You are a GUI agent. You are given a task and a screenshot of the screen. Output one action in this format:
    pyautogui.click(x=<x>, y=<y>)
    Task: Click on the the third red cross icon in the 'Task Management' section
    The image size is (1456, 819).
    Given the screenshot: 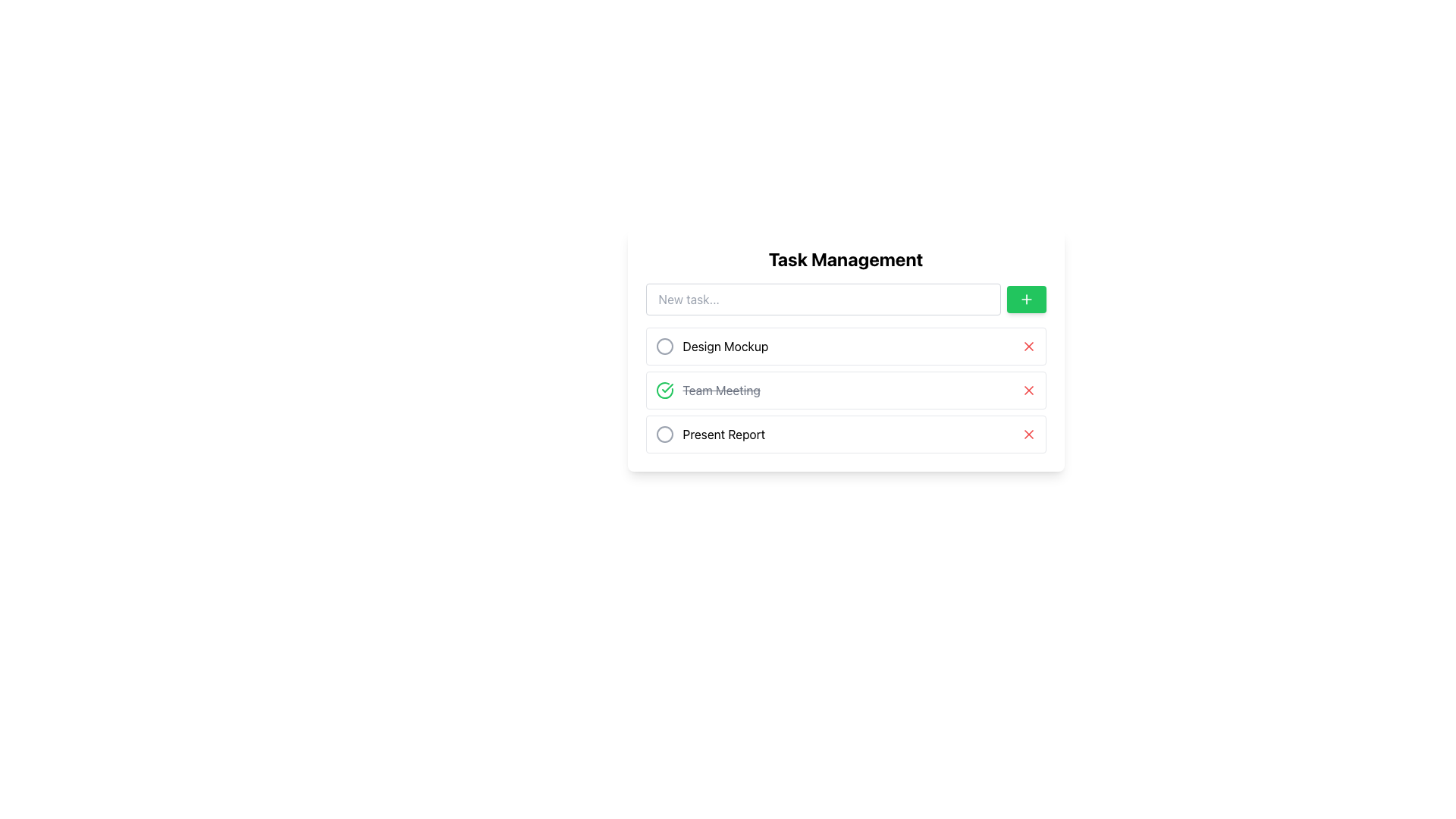 What is the action you would take?
    pyautogui.click(x=1028, y=435)
    